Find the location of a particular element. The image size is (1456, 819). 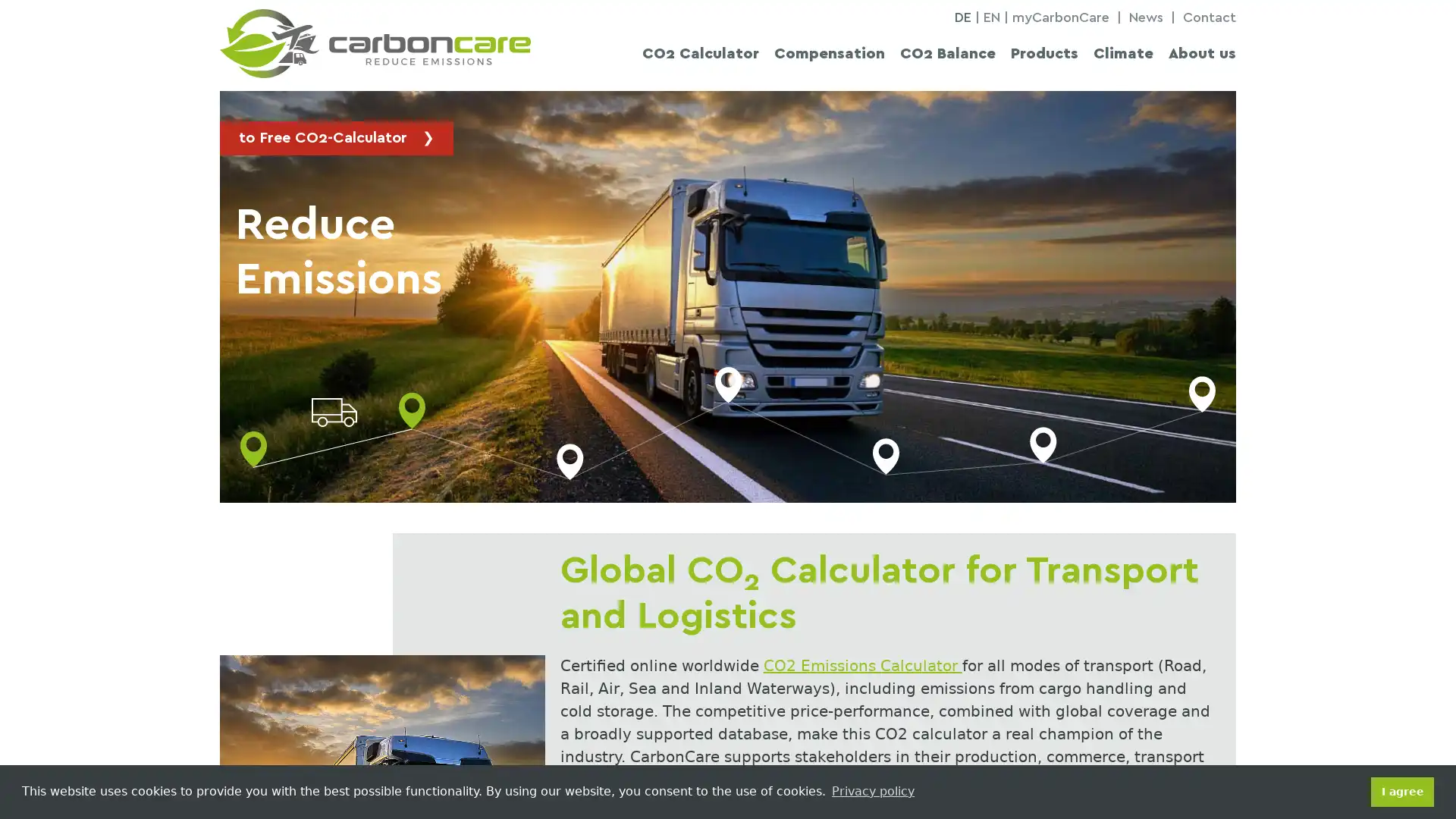

learn more about cookies is located at coordinates (873, 791).